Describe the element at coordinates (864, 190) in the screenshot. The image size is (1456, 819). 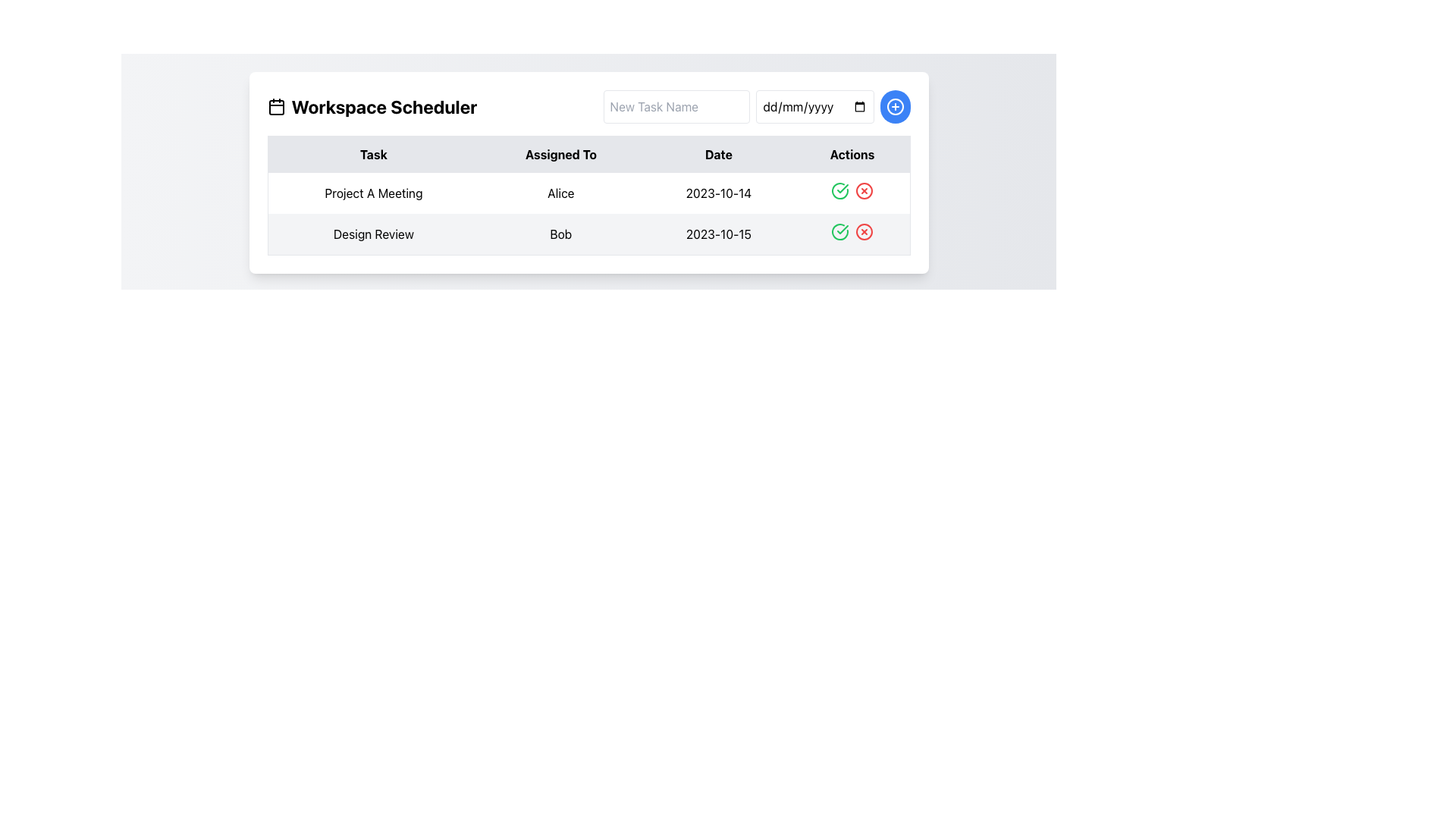
I see `the dismiss icon button associated with the 'Project A Meeting' task to observe the hover effect` at that location.